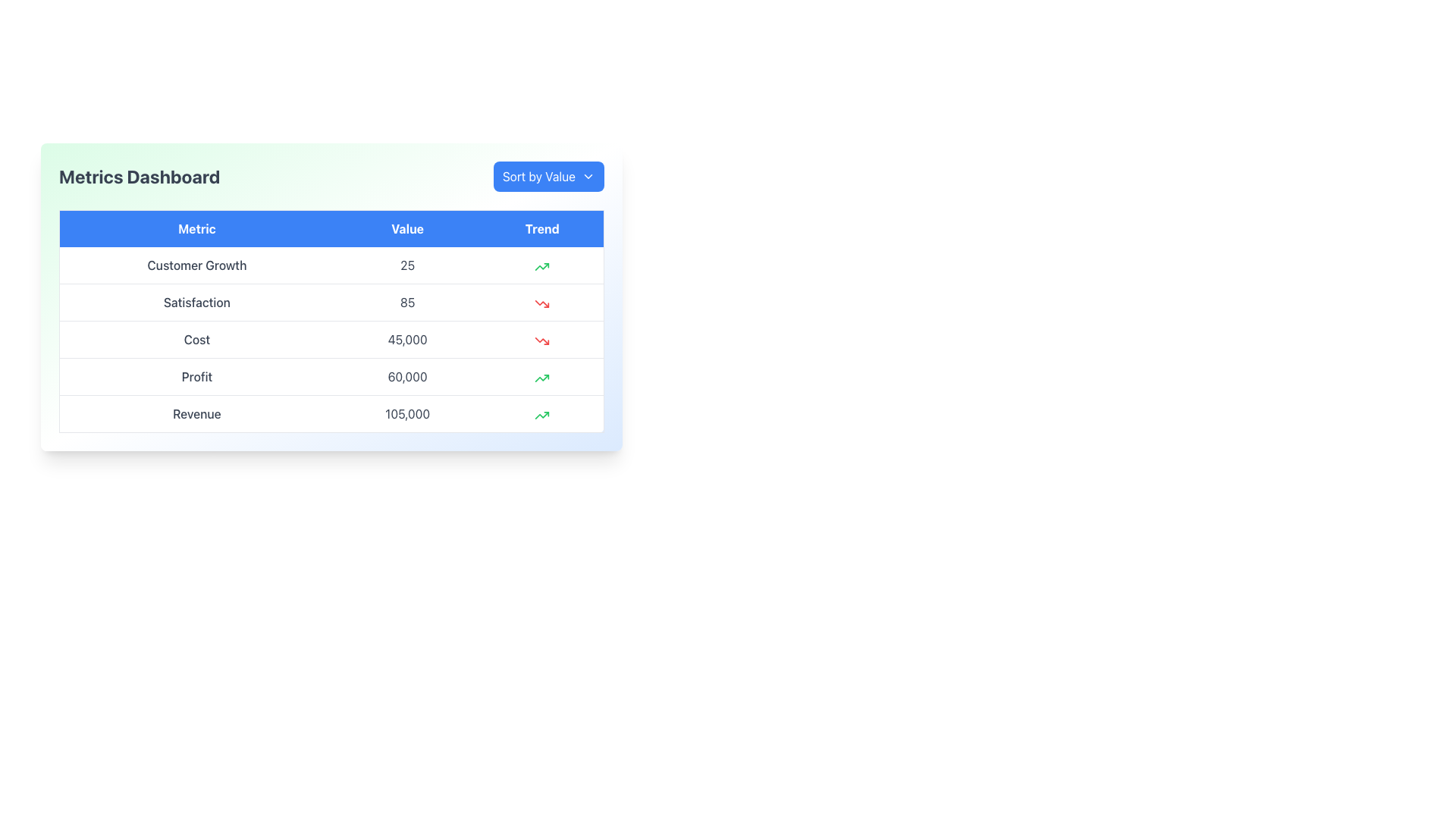 The width and height of the screenshot is (1456, 819). I want to click on the 'Cost' text label which is bold and centered in the third row under the 'Metric' column of the table, so click(196, 338).